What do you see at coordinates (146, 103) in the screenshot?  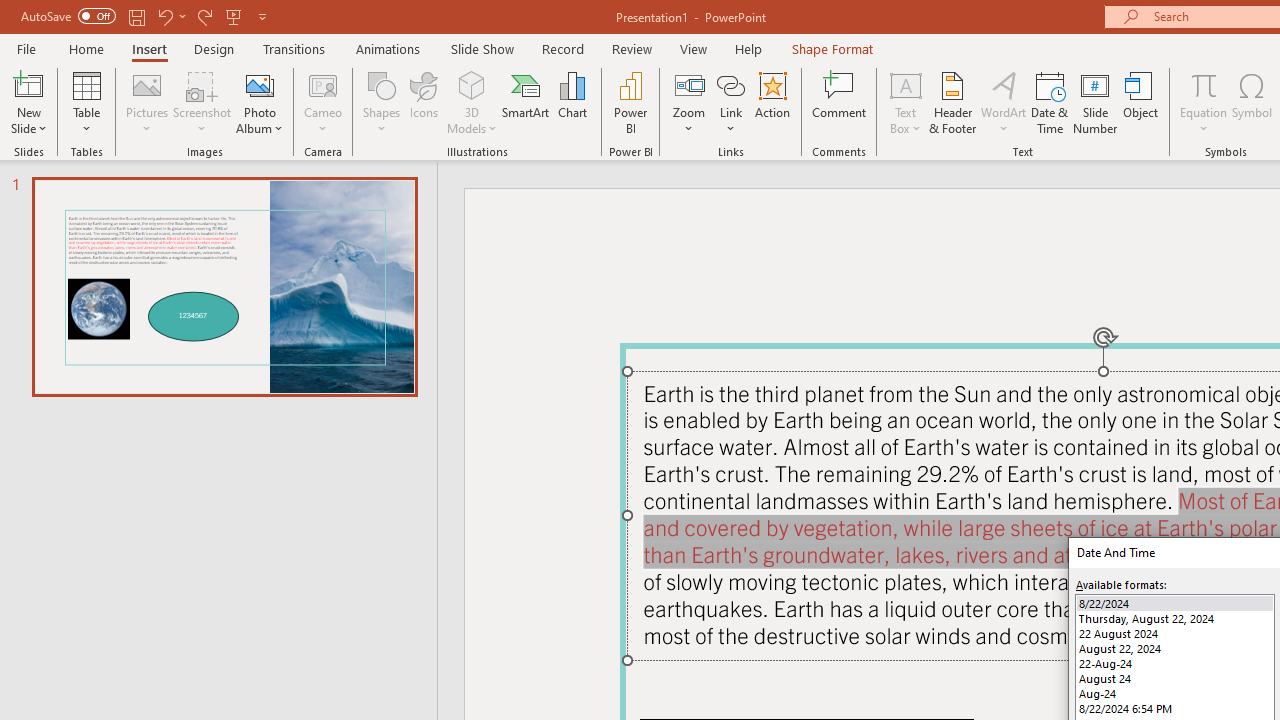 I see `'Pictures'` at bounding box center [146, 103].